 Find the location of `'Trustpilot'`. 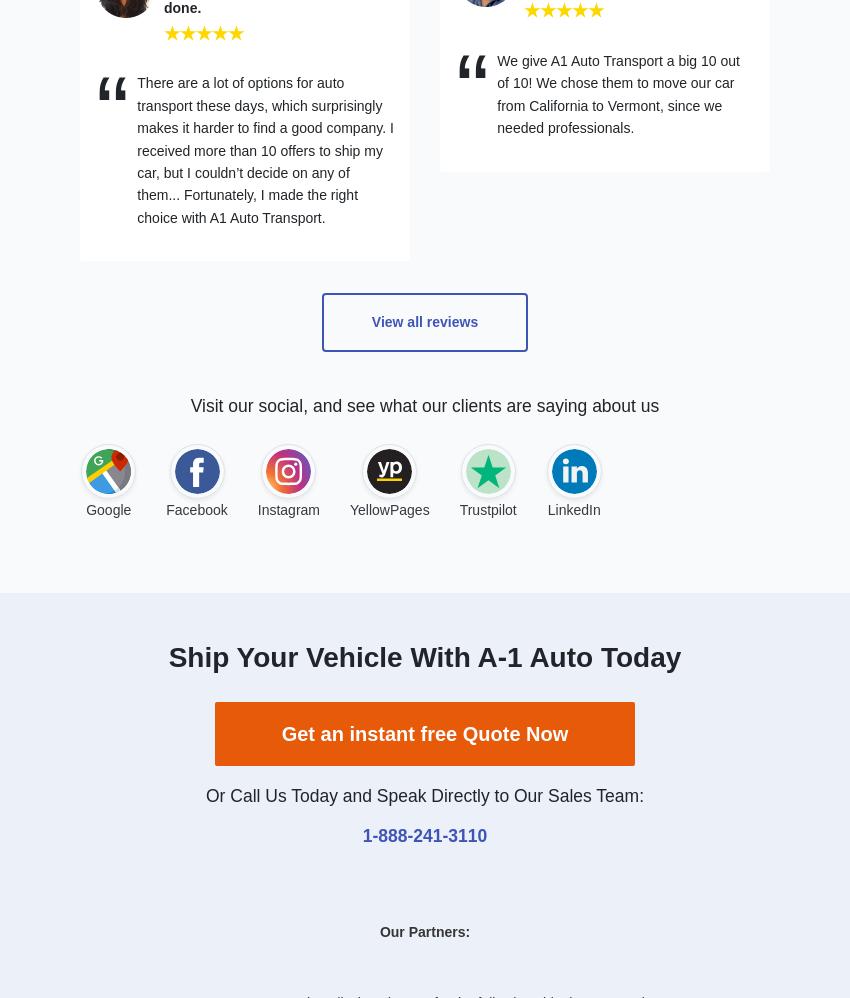

'Trustpilot' is located at coordinates (487, 508).